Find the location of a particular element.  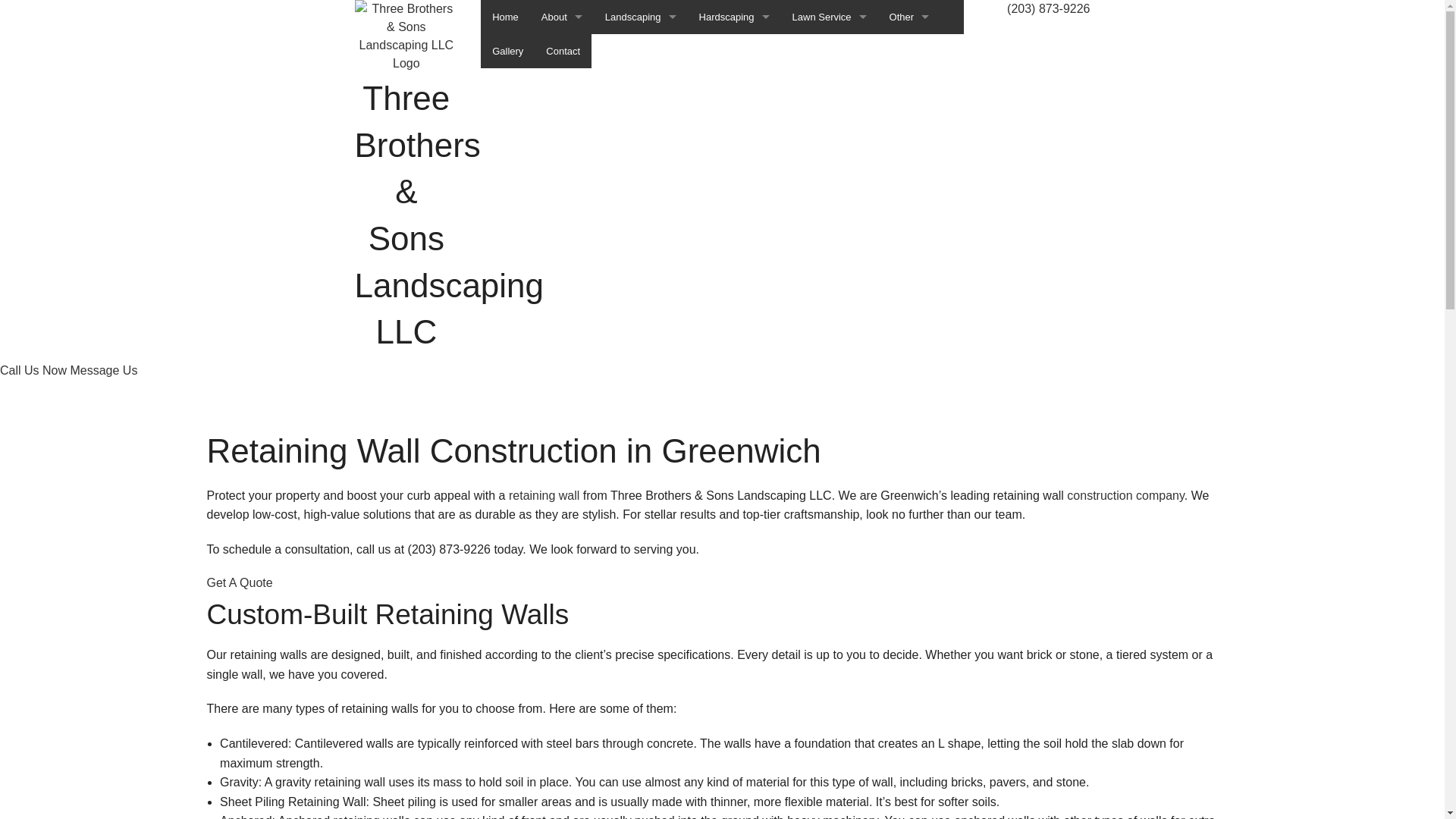

'Mulching' is located at coordinates (877, 153).